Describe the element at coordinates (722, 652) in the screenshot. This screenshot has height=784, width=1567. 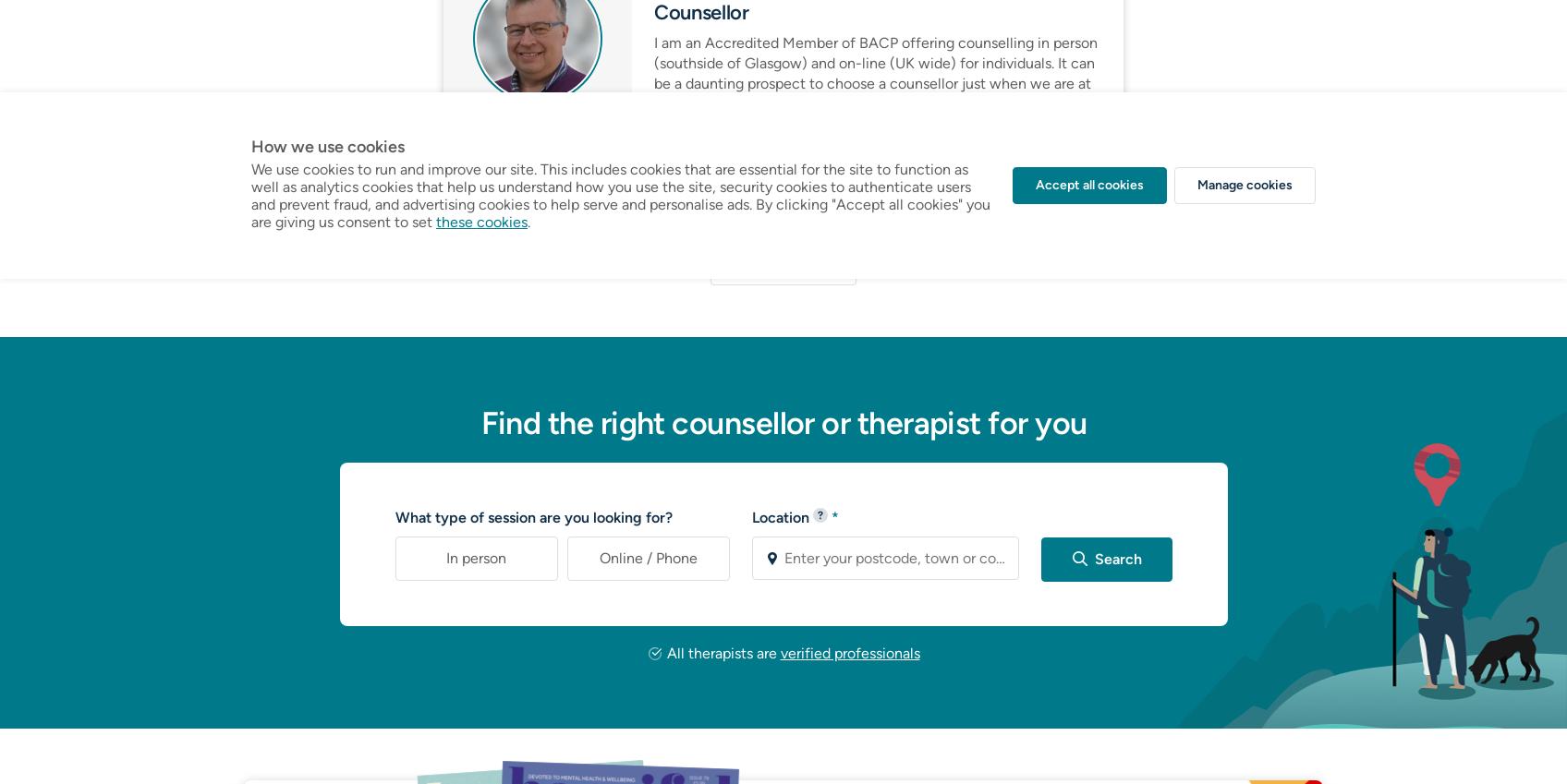
I see `'All therapists are'` at that location.